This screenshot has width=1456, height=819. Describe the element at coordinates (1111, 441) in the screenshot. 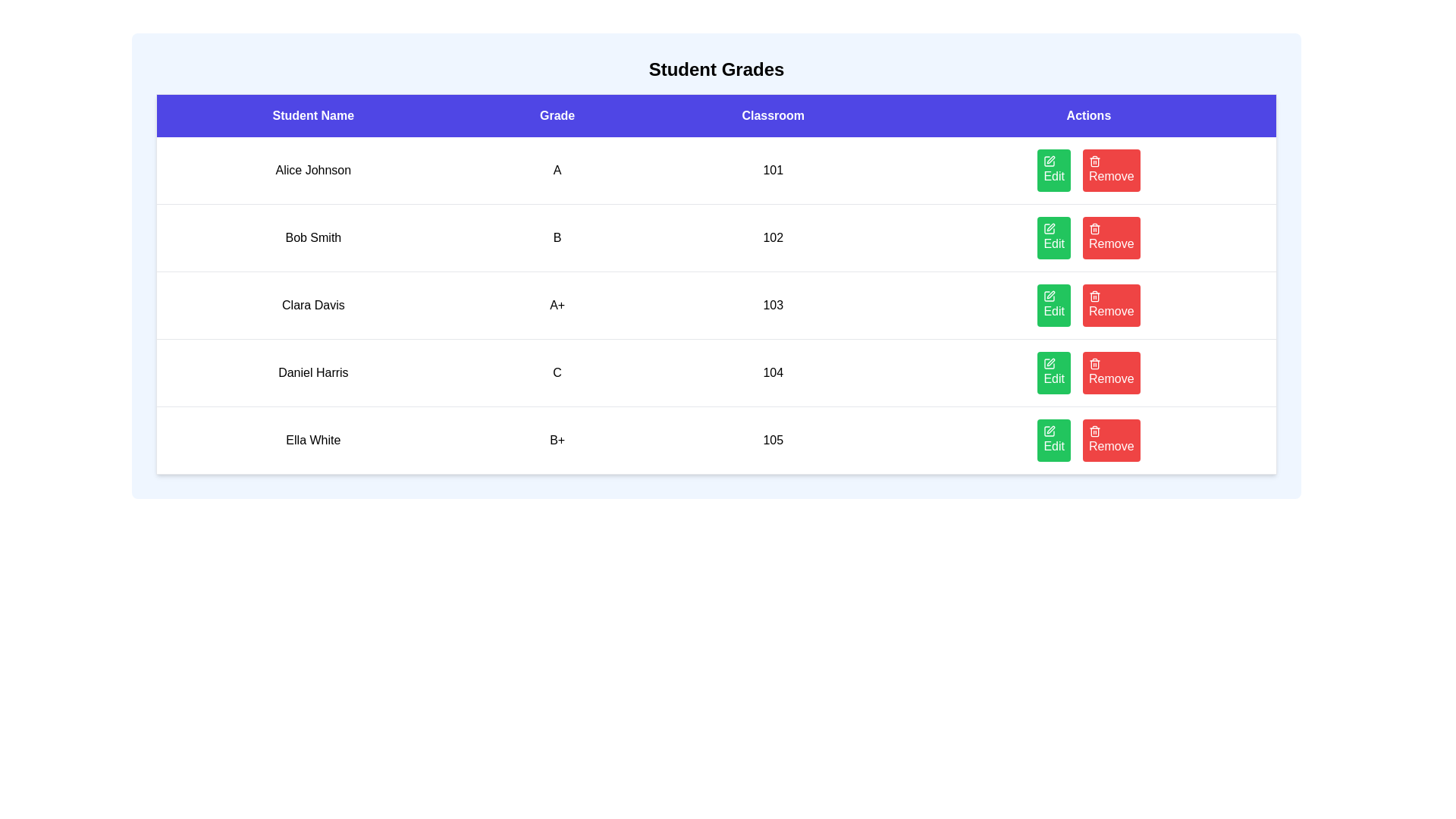

I see `'Remove' button for the student with name Ella White` at that location.